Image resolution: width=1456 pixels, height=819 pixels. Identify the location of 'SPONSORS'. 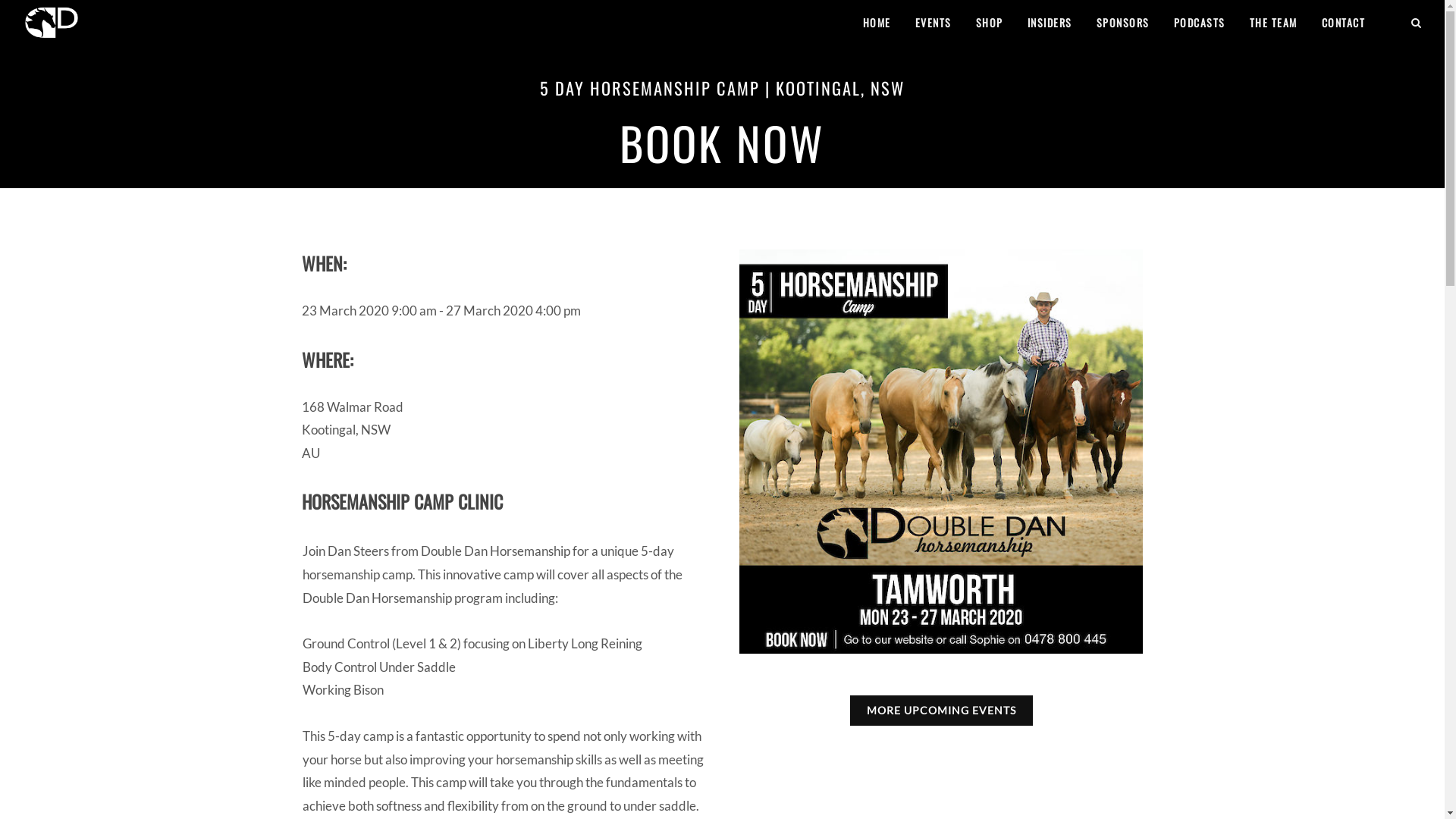
(1122, 23).